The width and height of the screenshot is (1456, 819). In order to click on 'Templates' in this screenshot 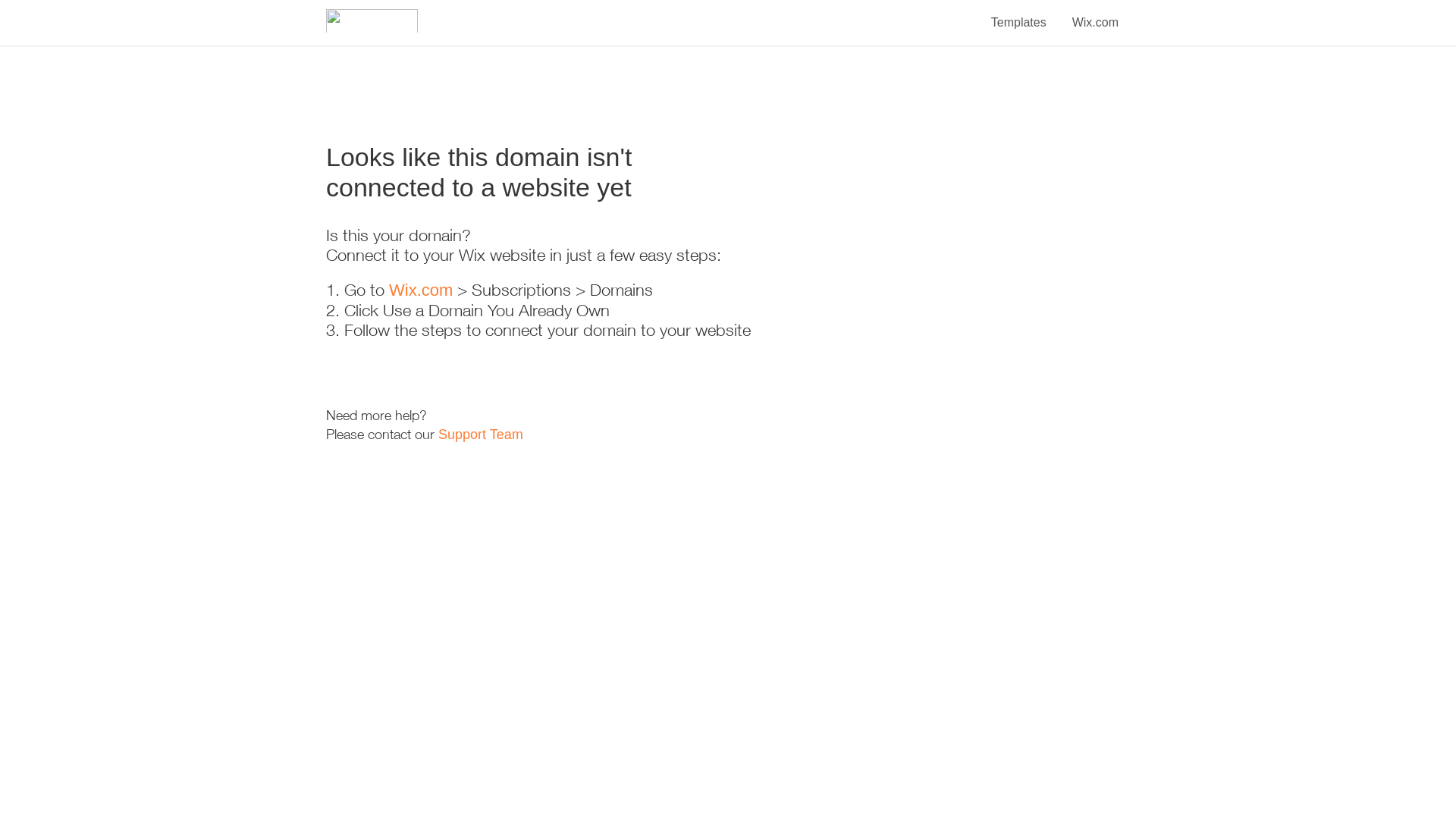, I will do `click(1018, 14)`.